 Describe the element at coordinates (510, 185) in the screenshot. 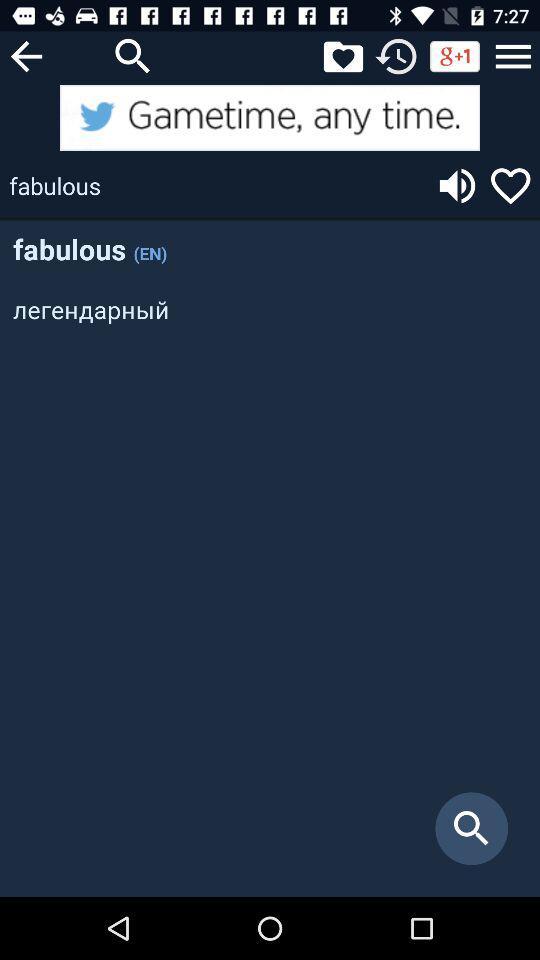

I see `mark as favorite` at that location.